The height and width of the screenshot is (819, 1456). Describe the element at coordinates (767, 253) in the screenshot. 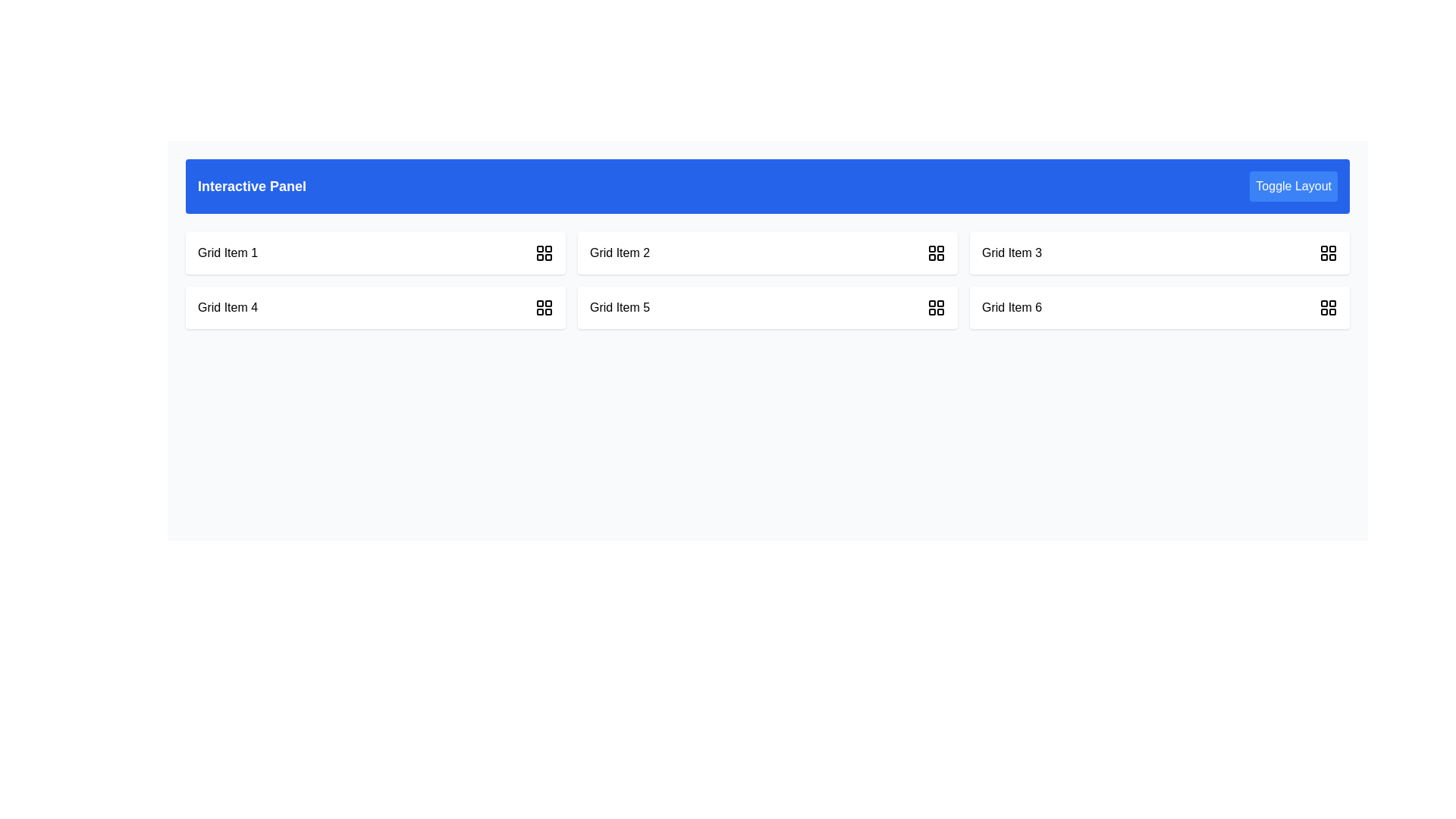

I see `the content of the Label displaying 'Grid Item 2' with a grid layout icon, located in the second column of the first row` at that location.